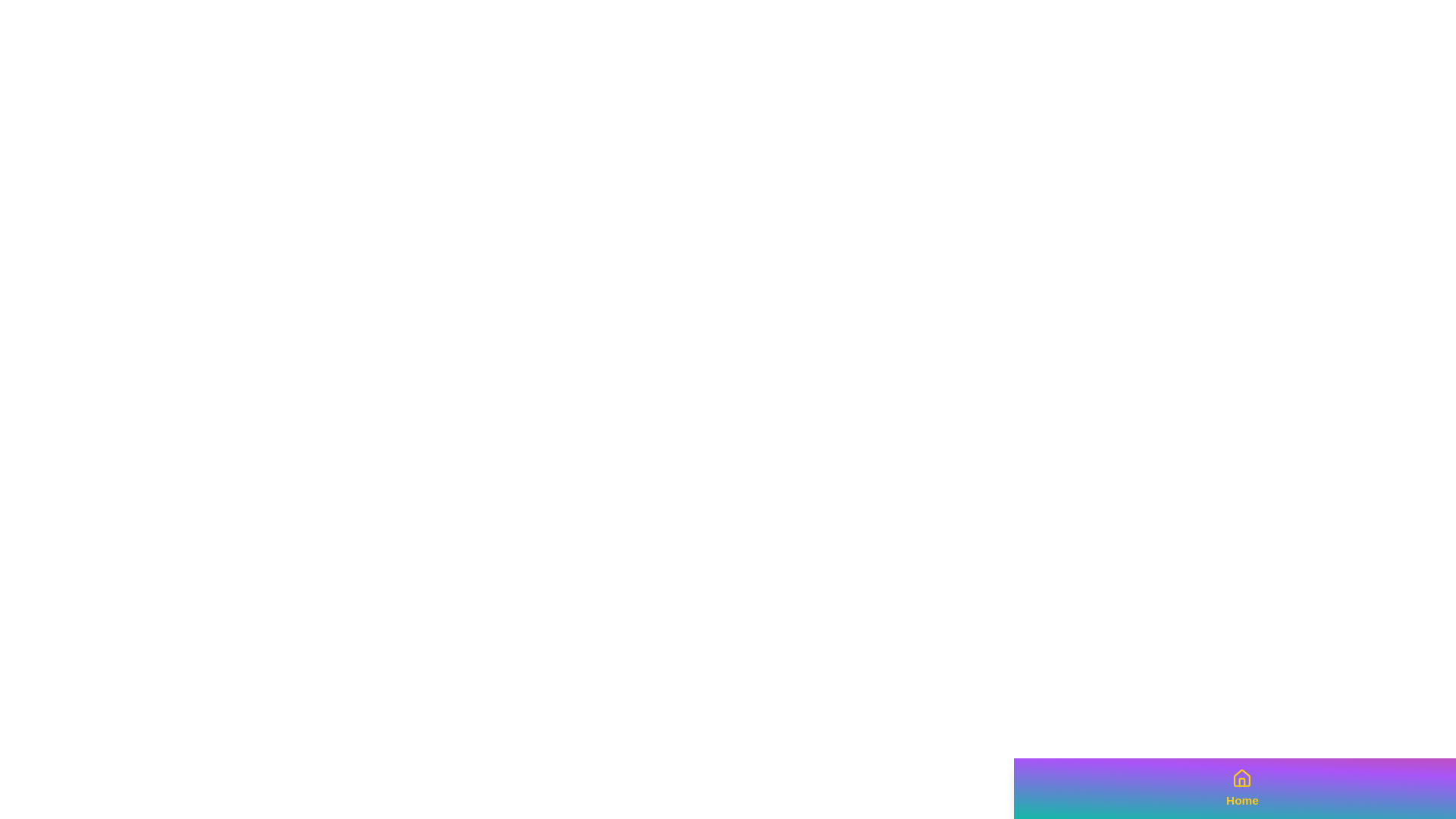 This screenshot has width=1456, height=819. I want to click on the button labeled Home to observe its animation, so click(1242, 788).